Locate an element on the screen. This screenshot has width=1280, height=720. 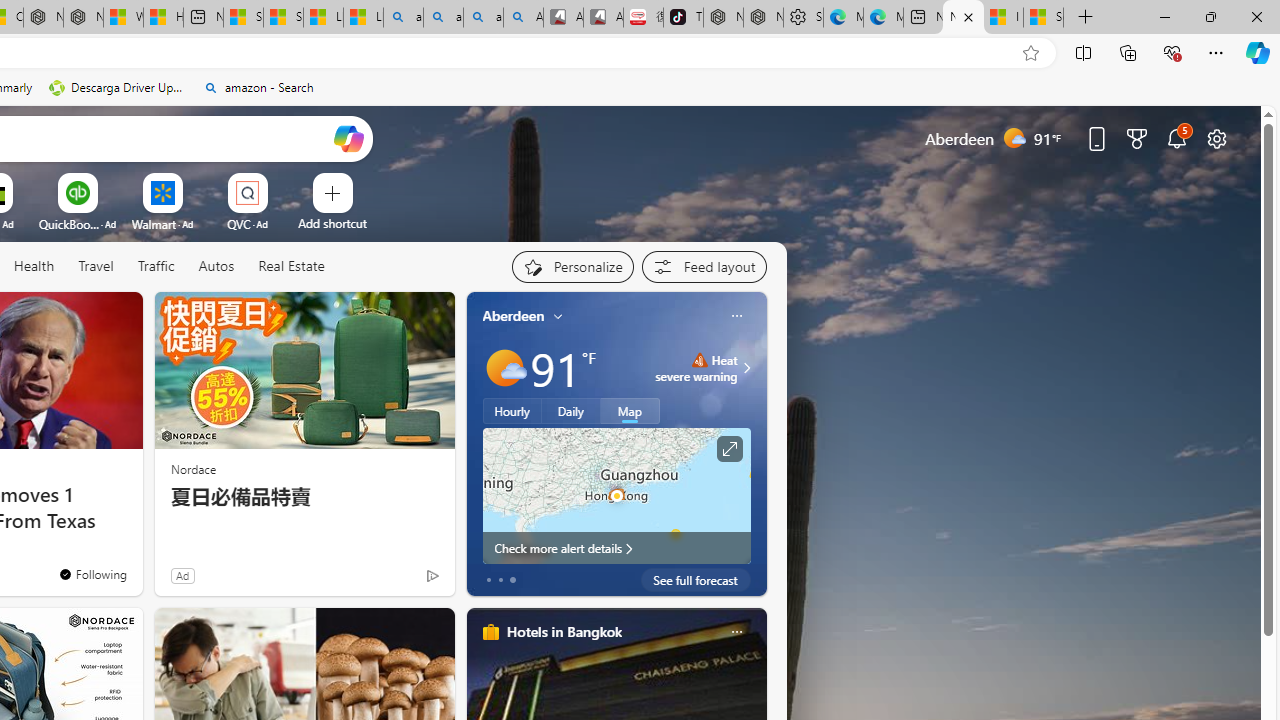
'Health' is located at coordinates (33, 266).